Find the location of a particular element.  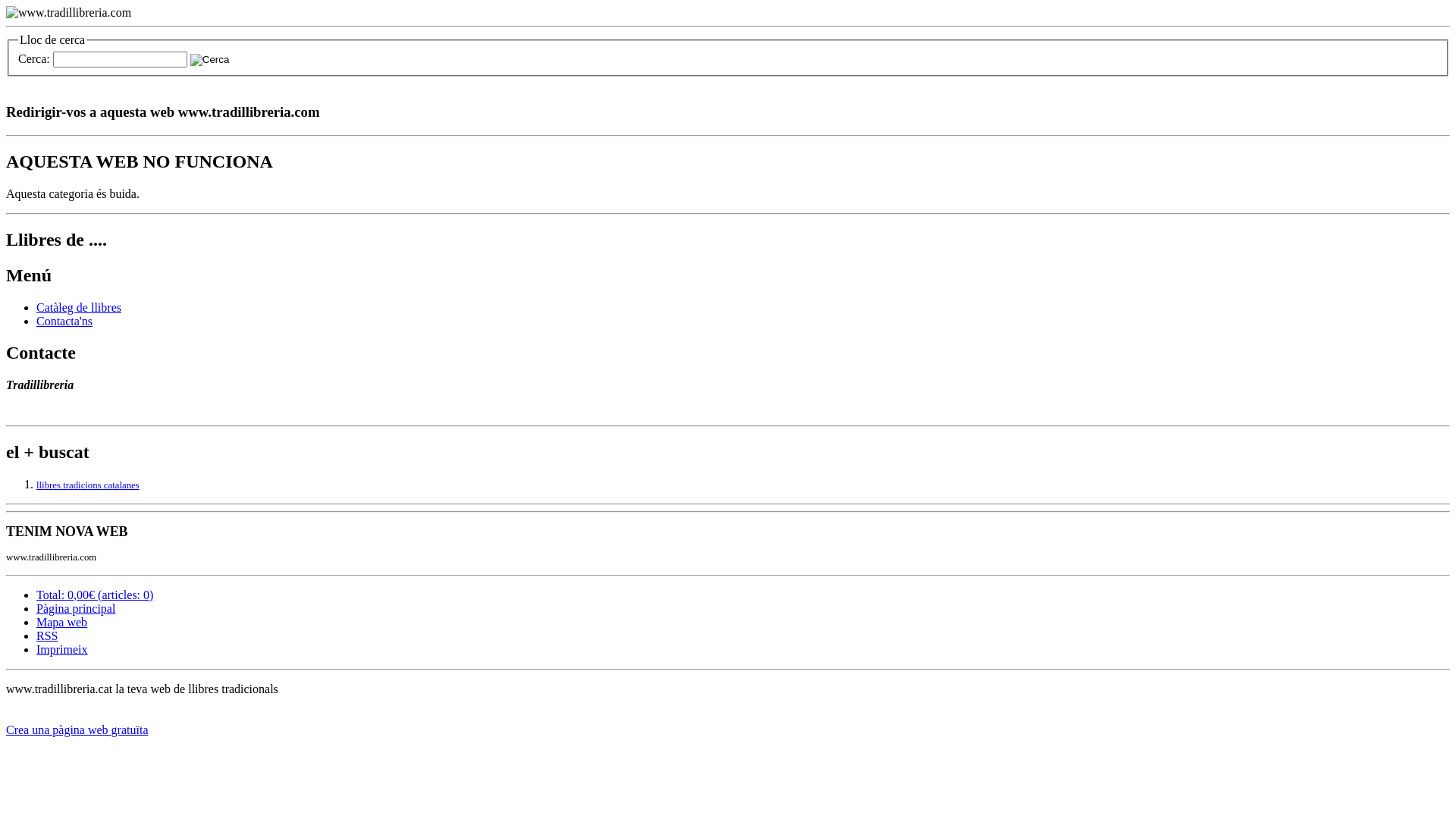

'llibres tradicions catalanes' is located at coordinates (86, 485).